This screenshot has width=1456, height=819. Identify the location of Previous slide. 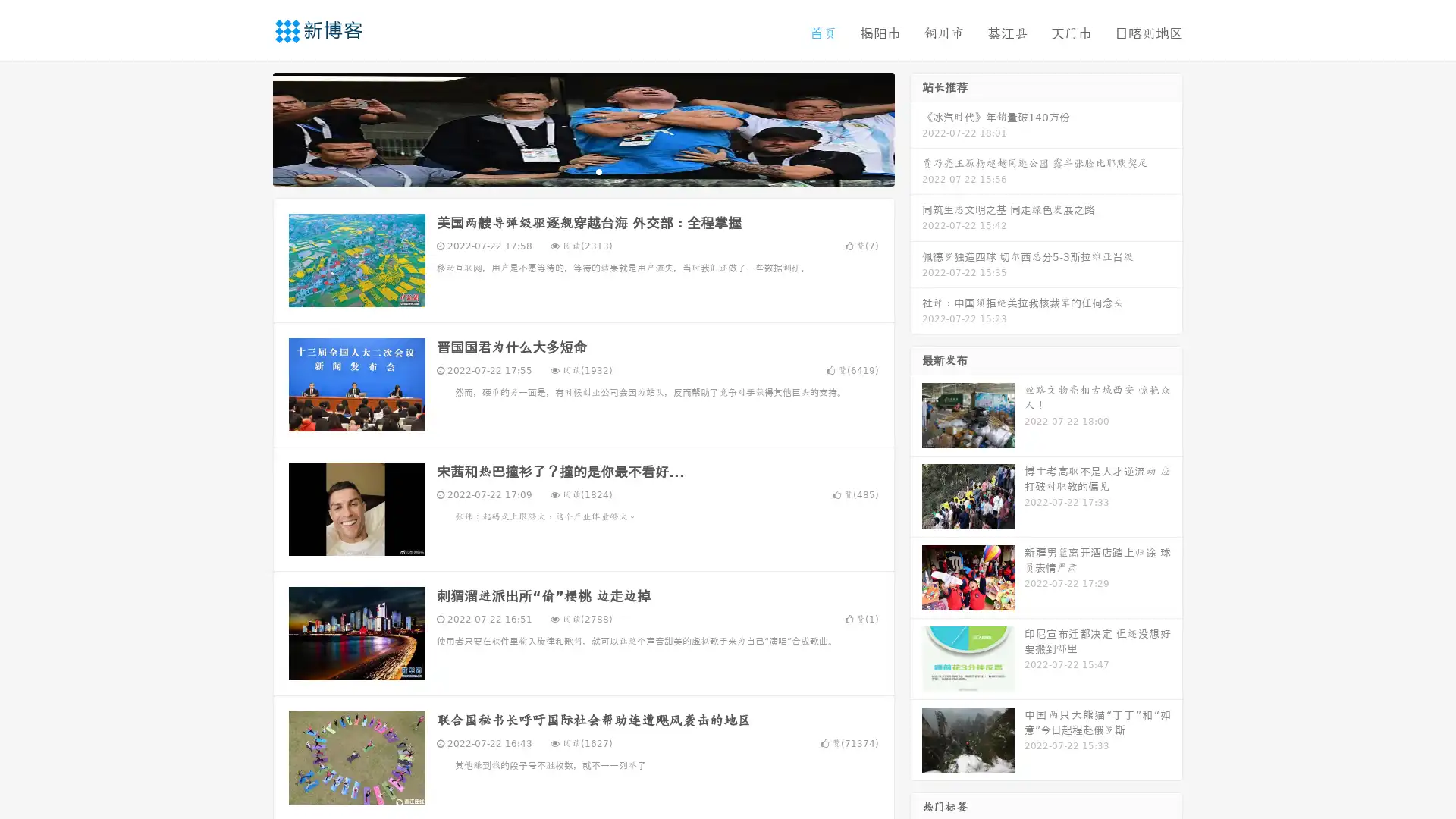
(250, 127).